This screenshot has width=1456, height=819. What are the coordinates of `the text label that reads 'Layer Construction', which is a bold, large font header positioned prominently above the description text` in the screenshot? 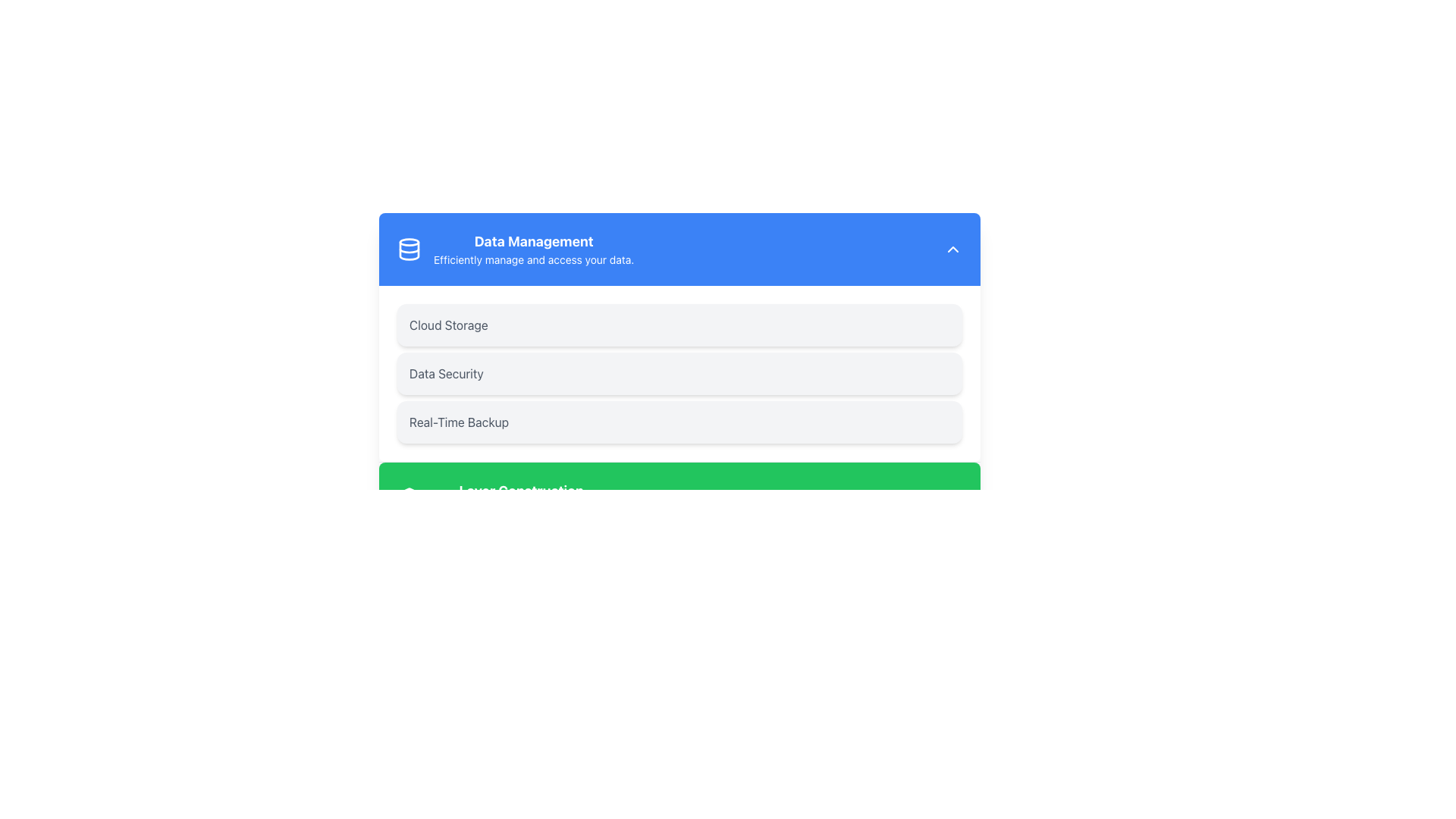 It's located at (521, 491).